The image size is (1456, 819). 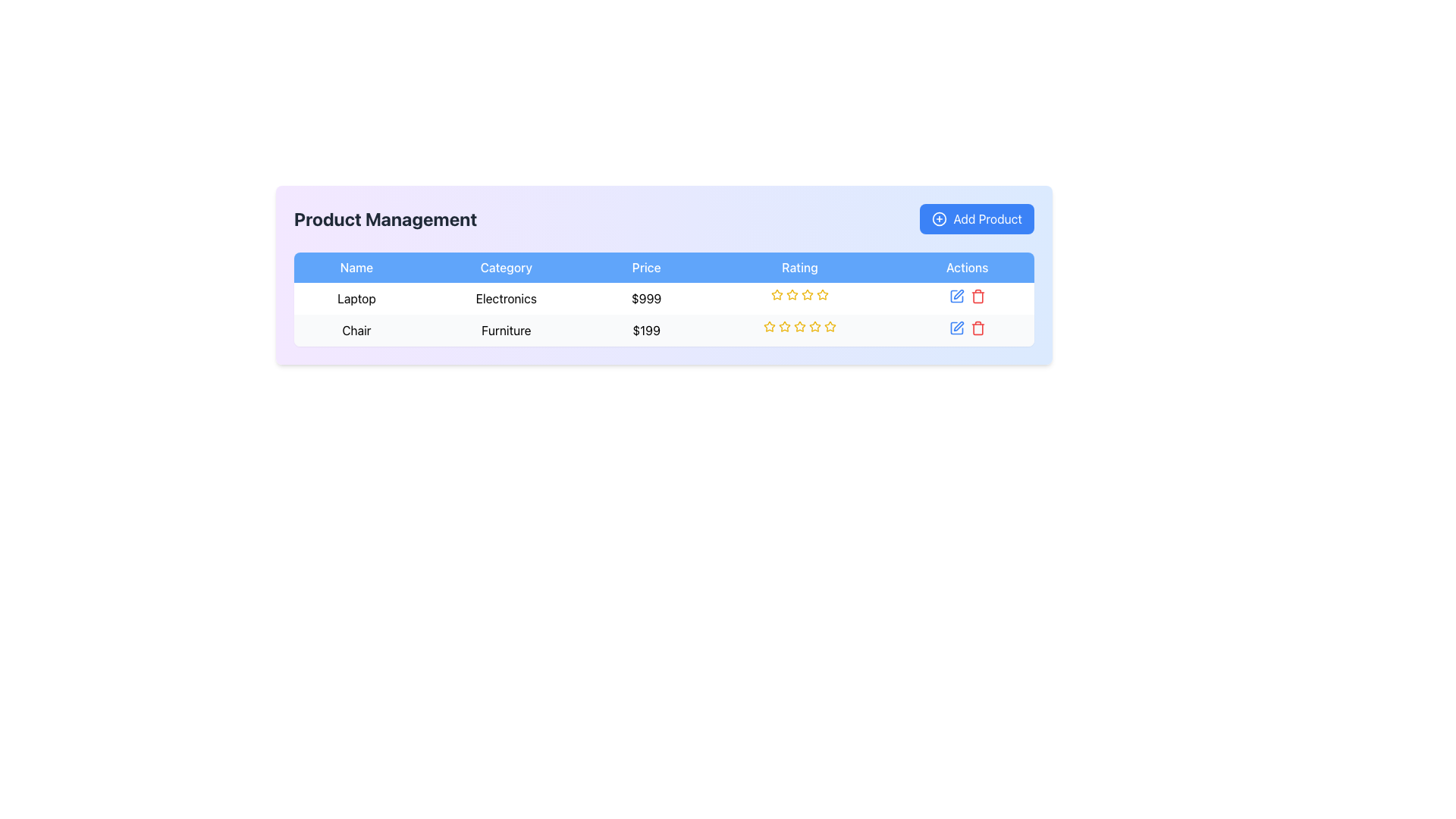 What do you see at coordinates (799, 326) in the screenshot?
I see `the fourth star icon in the rating section of the second table row for the product 'Chair', which has a yellow outline and a transparent center` at bounding box center [799, 326].